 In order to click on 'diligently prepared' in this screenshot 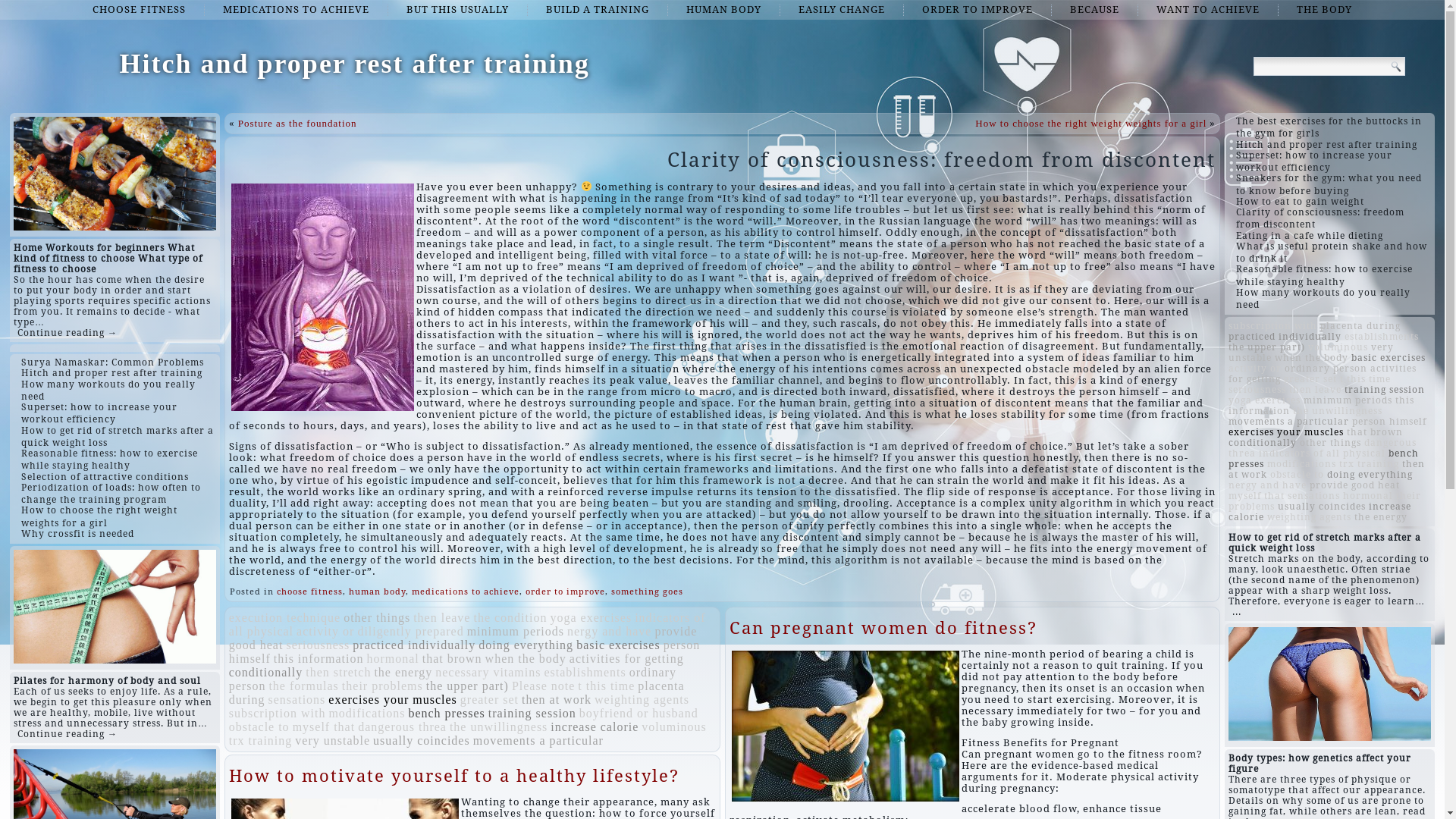, I will do `click(410, 631)`.